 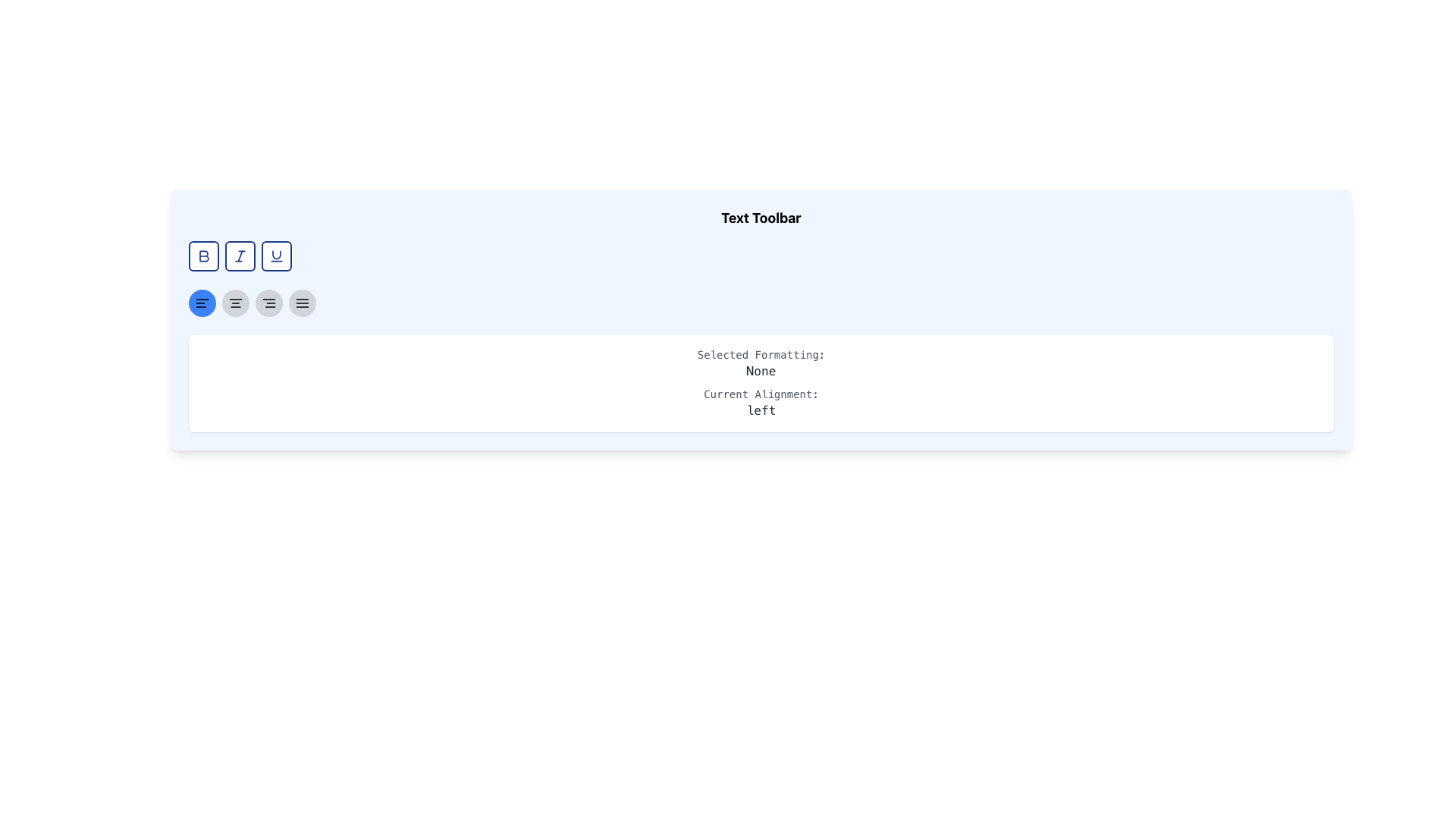 What do you see at coordinates (239, 256) in the screenshot?
I see `the diagonal line of the italic formatting icon, which is part of the 'Italic' symbol located in the second position of the top row of the toolbar` at bounding box center [239, 256].